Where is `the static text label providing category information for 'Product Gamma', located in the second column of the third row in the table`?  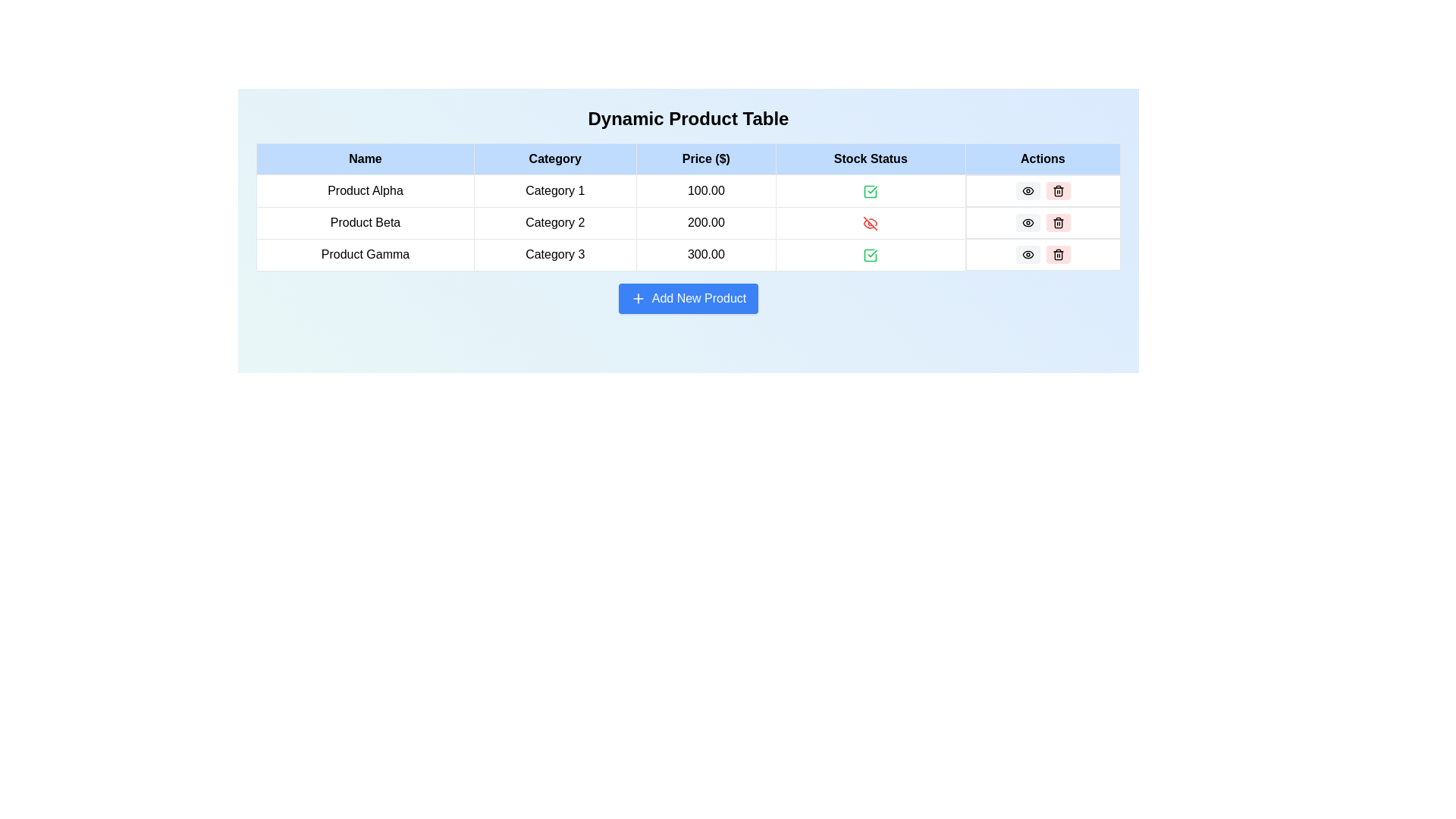
the static text label providing category information for 'Product Gamma', located in the second column of the third row in the table is located at coordinates (554, 253).